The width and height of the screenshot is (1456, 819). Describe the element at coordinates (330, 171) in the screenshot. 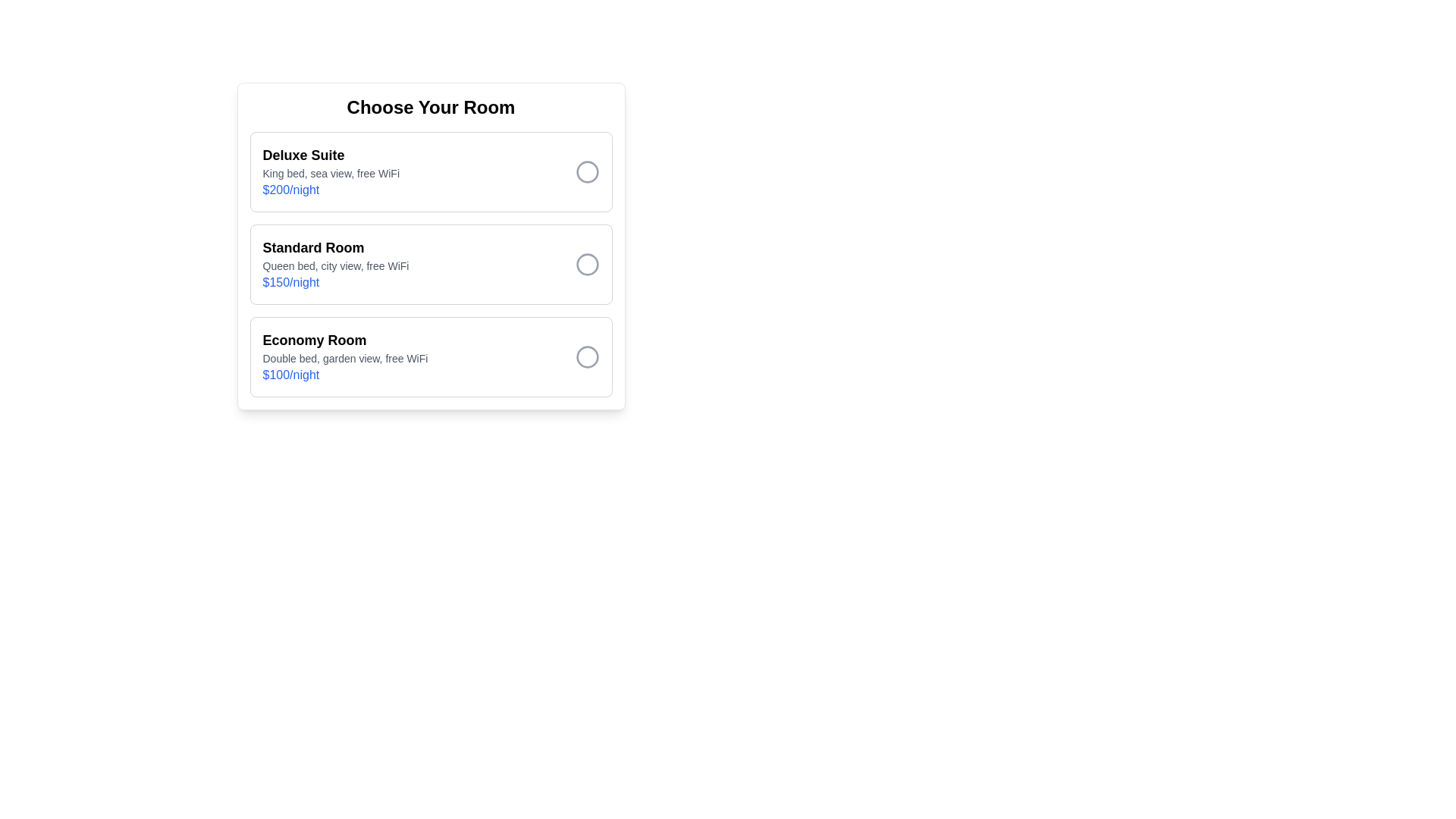

I see `the informational text block that describes a room option, which features a bold title, a smaller description, and a blue price, located in the first room option block at the top section of the grouping` at that location.